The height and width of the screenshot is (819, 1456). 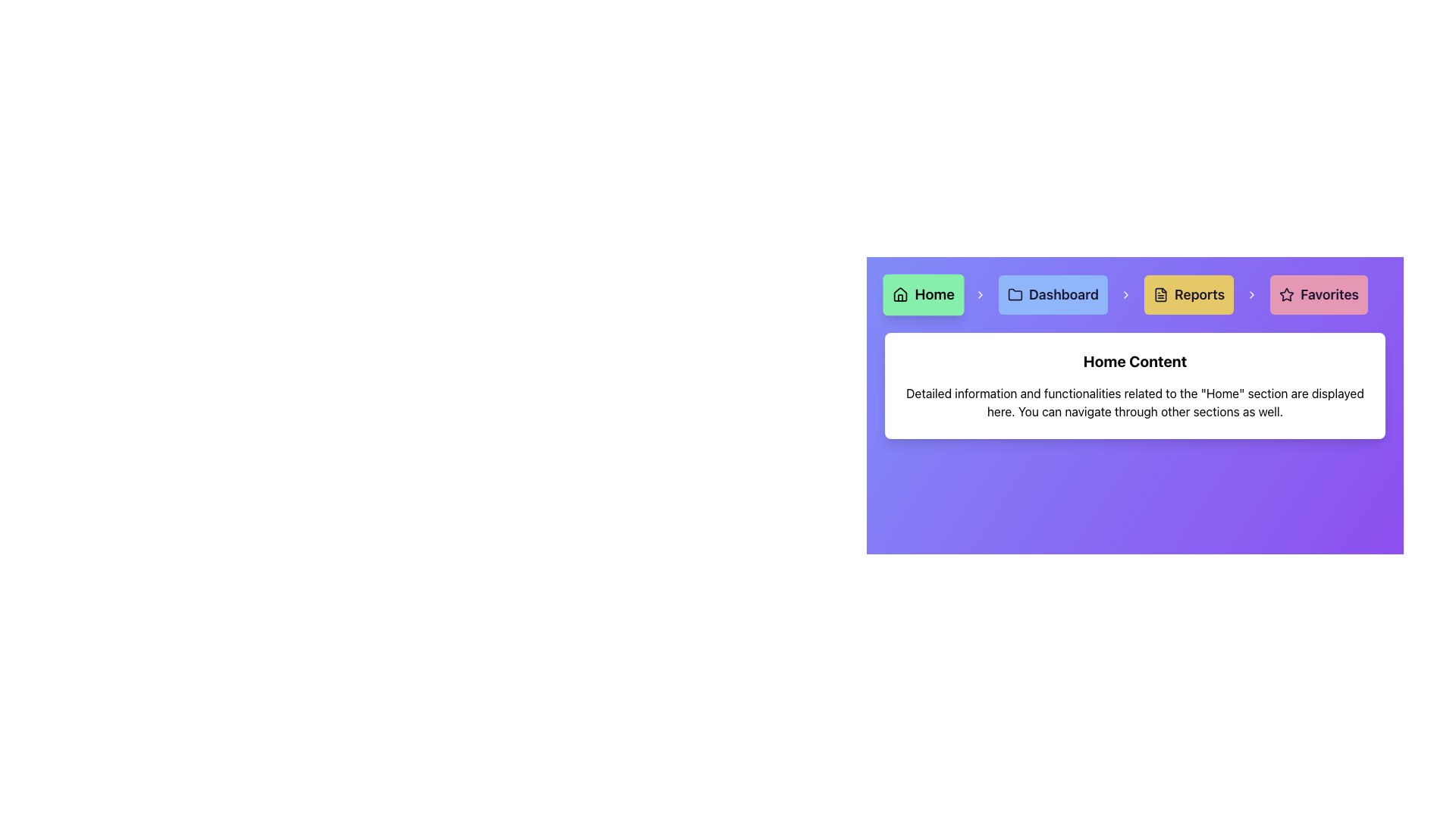 I want to click on the rectangular pink button with rounded corners labeled 'Favorites', so click(x=1318, y=295).